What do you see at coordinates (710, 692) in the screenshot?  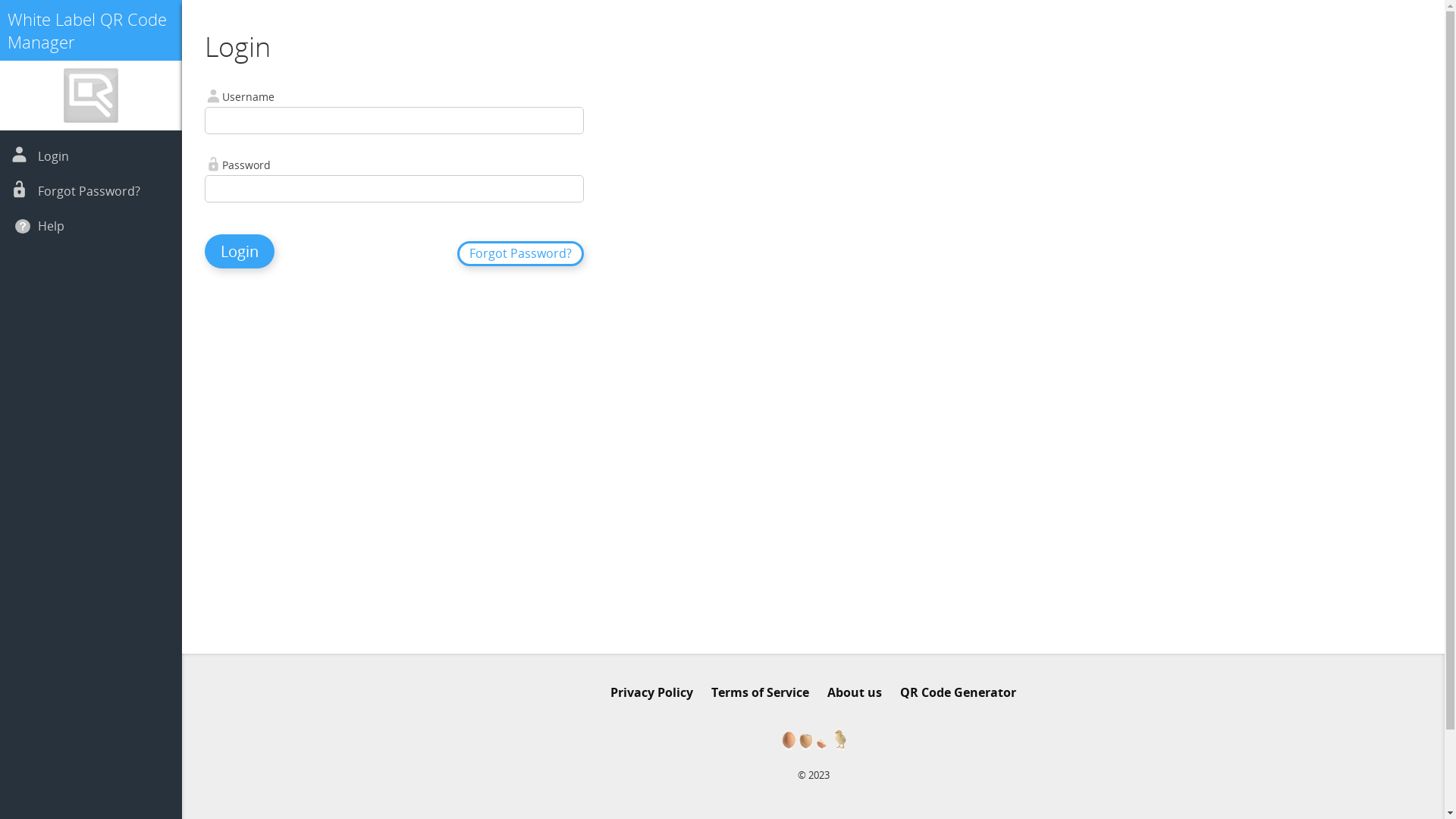 I see `'Terms of Service'` at bounding box center [710, 692].